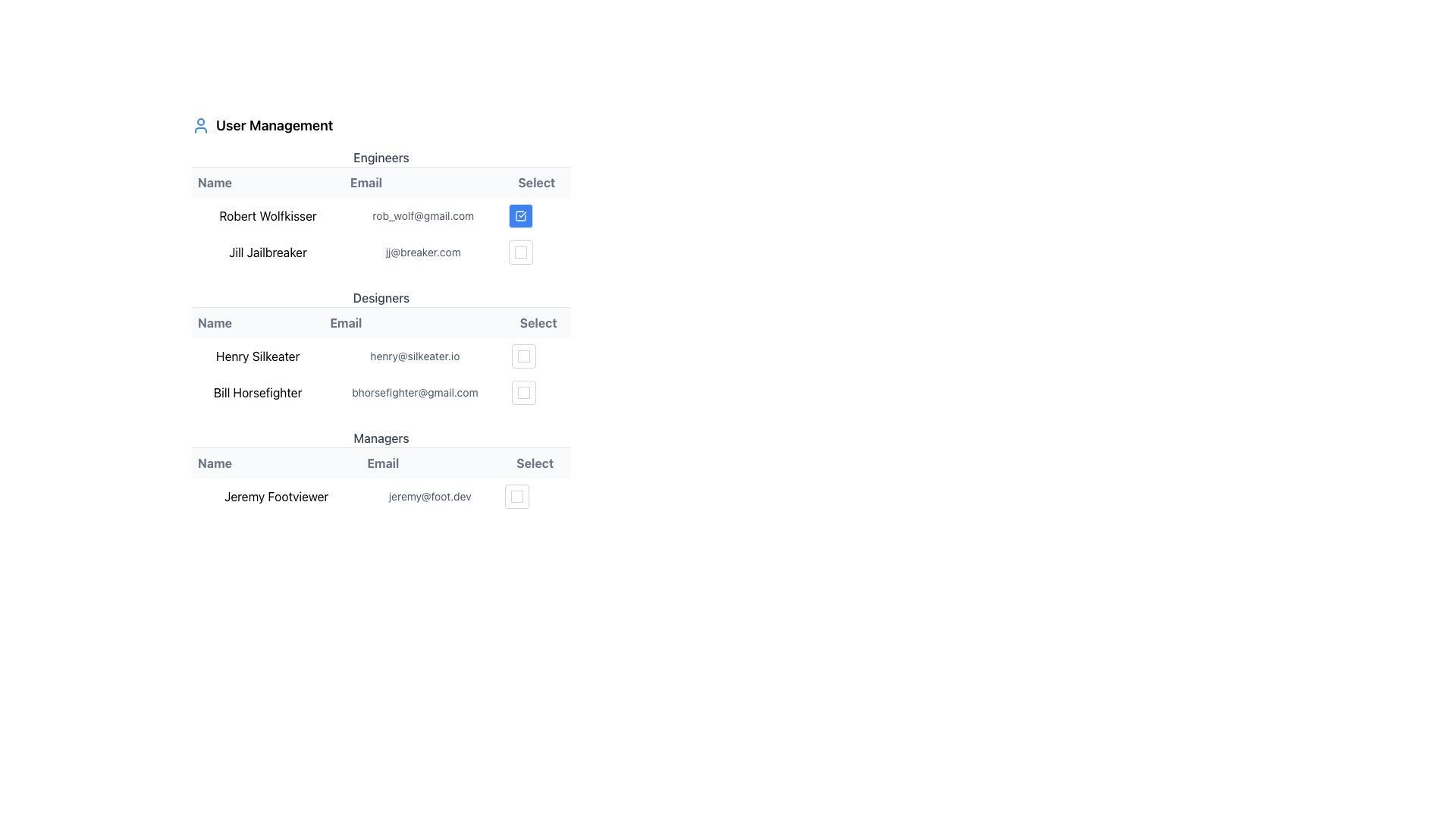 The height and width of the screenshot is (819, 1456). I want to click on the checkbox with a red square icon in the 'Select' column of the 'Designers' section, corresponding to 'Bill Horsefighter', so click(524, 391).